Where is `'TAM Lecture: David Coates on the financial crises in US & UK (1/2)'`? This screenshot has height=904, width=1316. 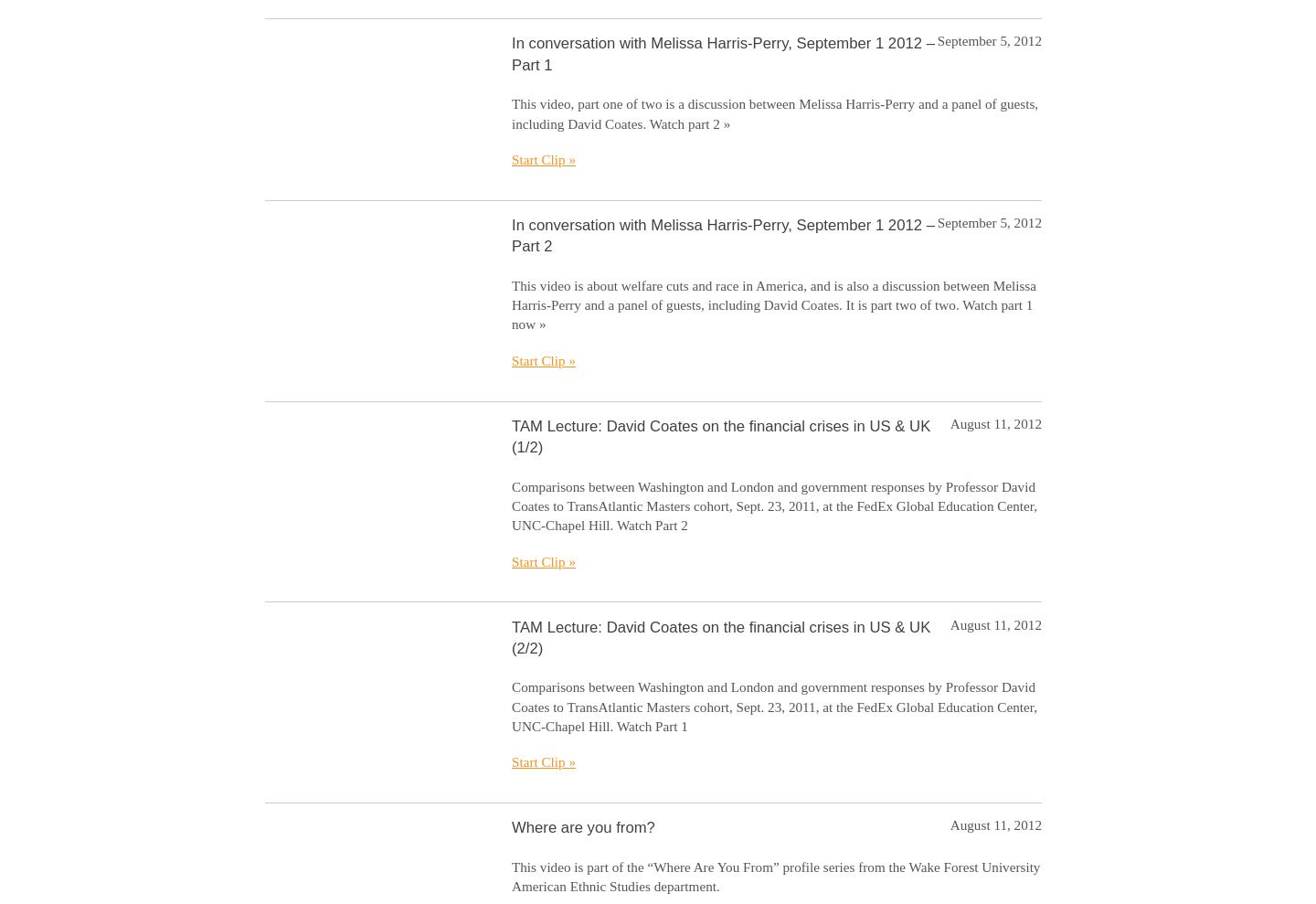 'TAM Lecture: David Coates on the financial crises in US & UK (1/2)' is located at coordinates (720, 435).